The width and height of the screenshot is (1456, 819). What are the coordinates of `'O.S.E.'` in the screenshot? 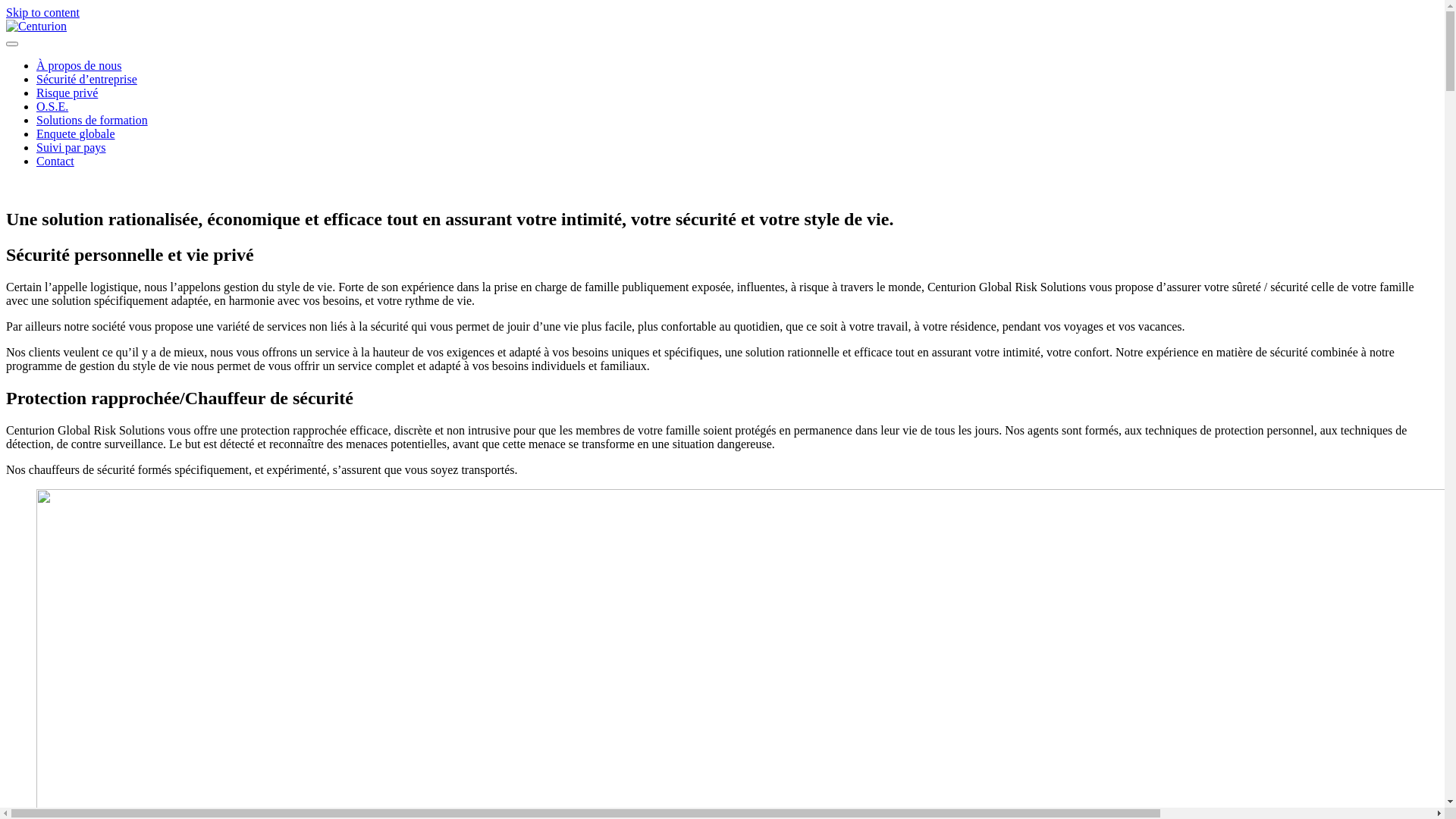 It's located at (52, 105).